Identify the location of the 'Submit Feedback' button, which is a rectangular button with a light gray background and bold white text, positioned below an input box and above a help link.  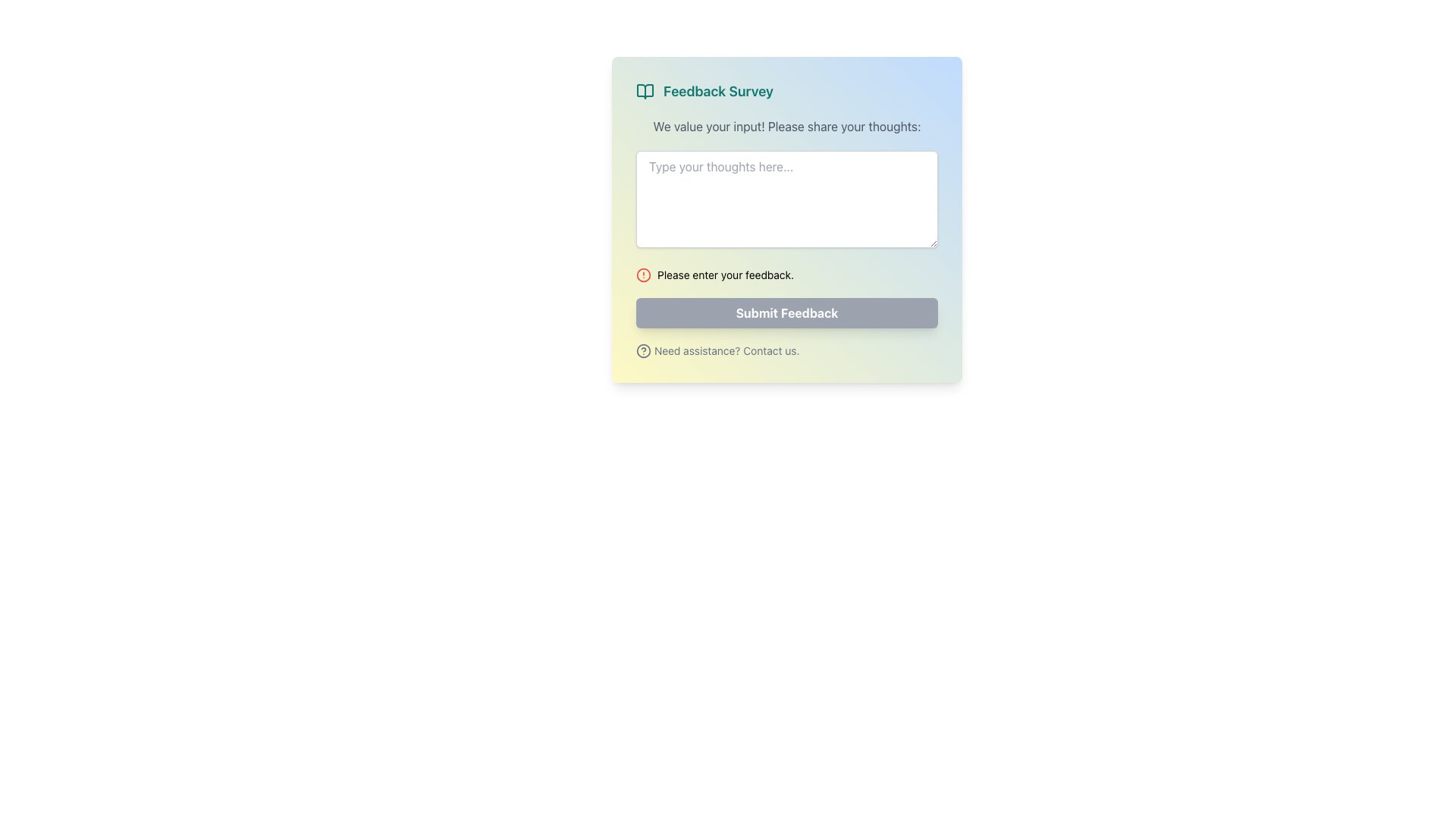
(786, 312).